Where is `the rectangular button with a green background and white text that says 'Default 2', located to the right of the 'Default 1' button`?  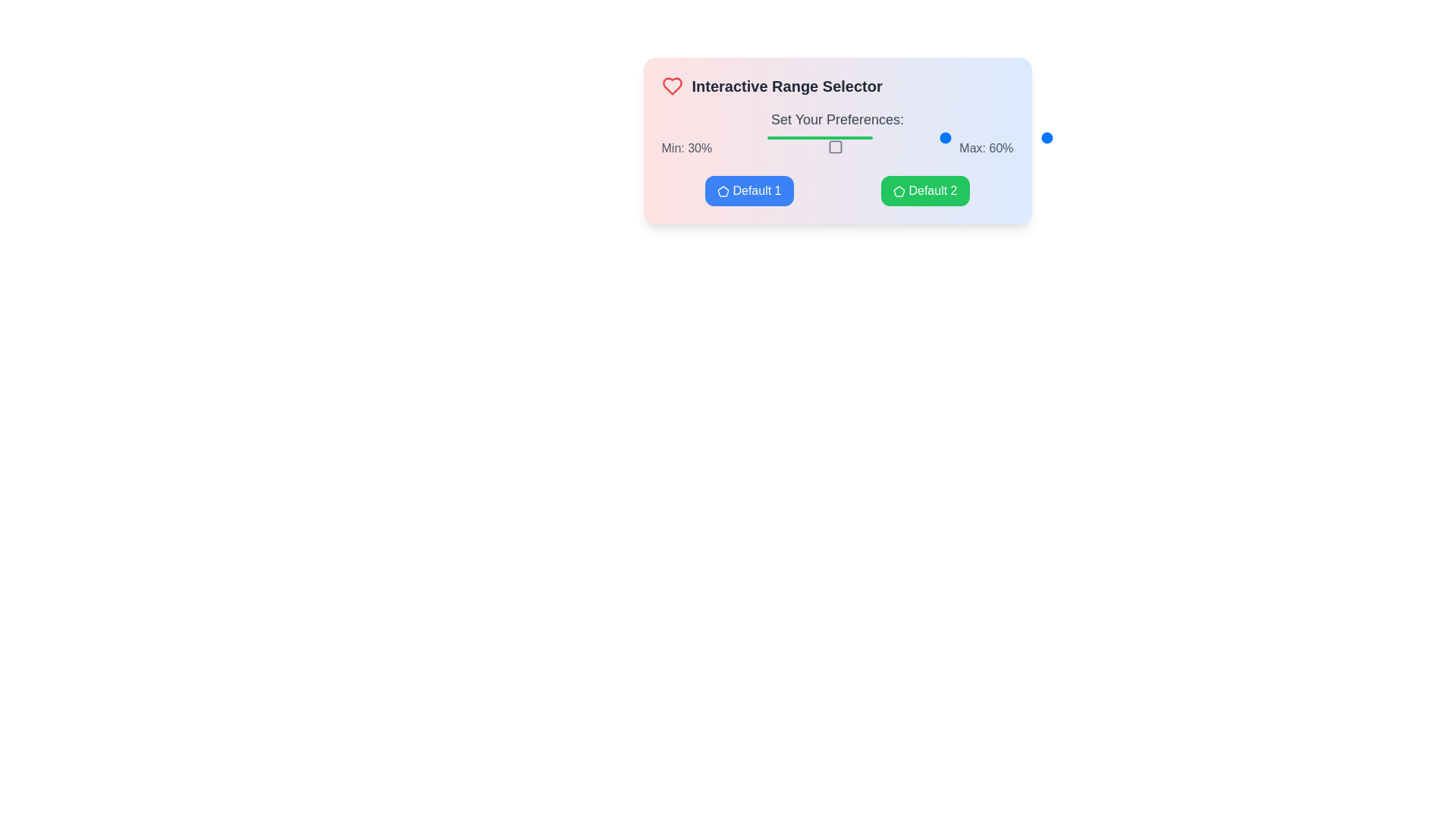 the rectangular button with a green background and white text that says 'Default 2', located to the right of the 'Default 1' button is located at coordinates (924, 190).